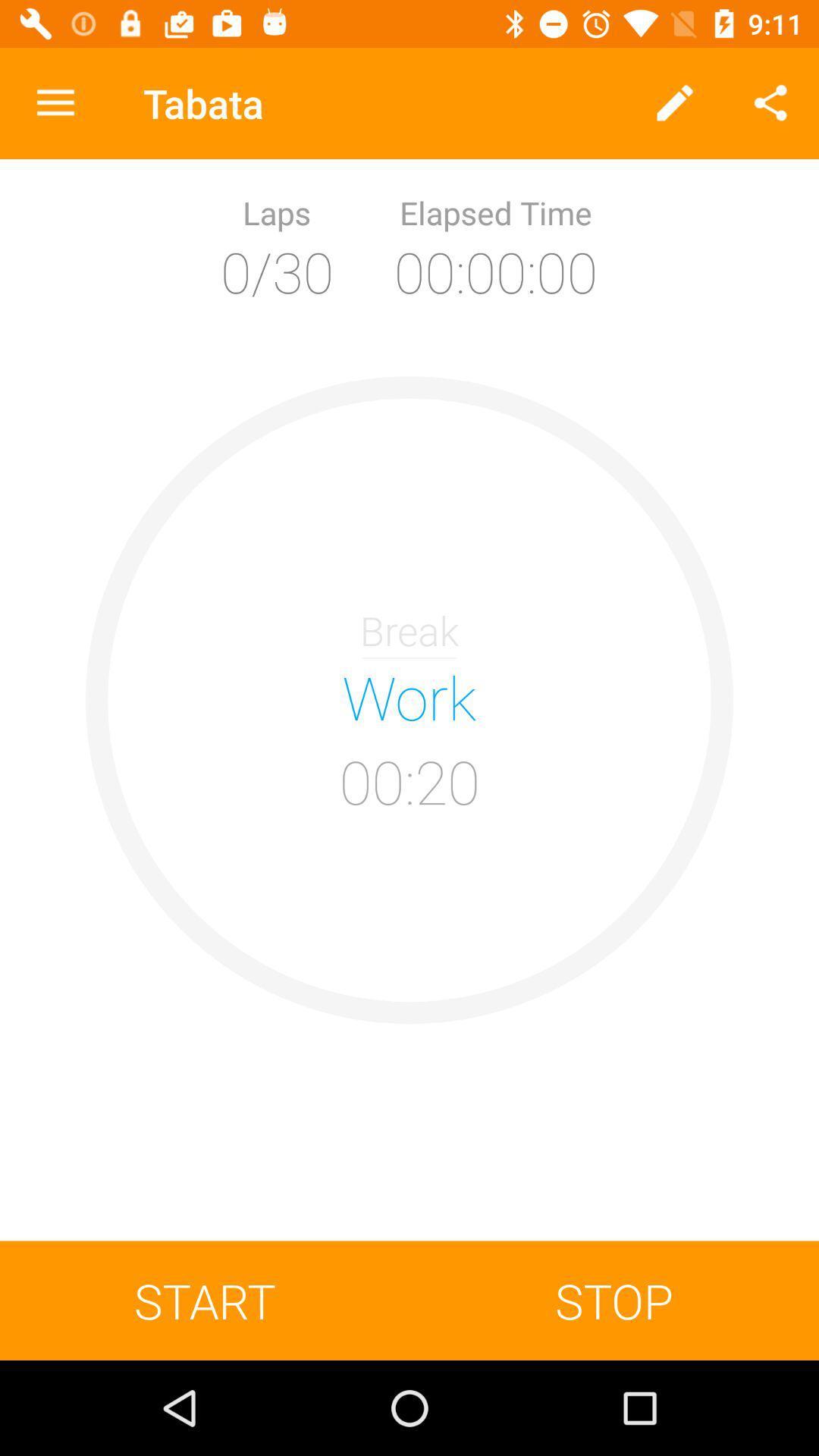 This screenshot has width=819, height=1456. I want to click on the item to the left of stop, so click(205, 1300).